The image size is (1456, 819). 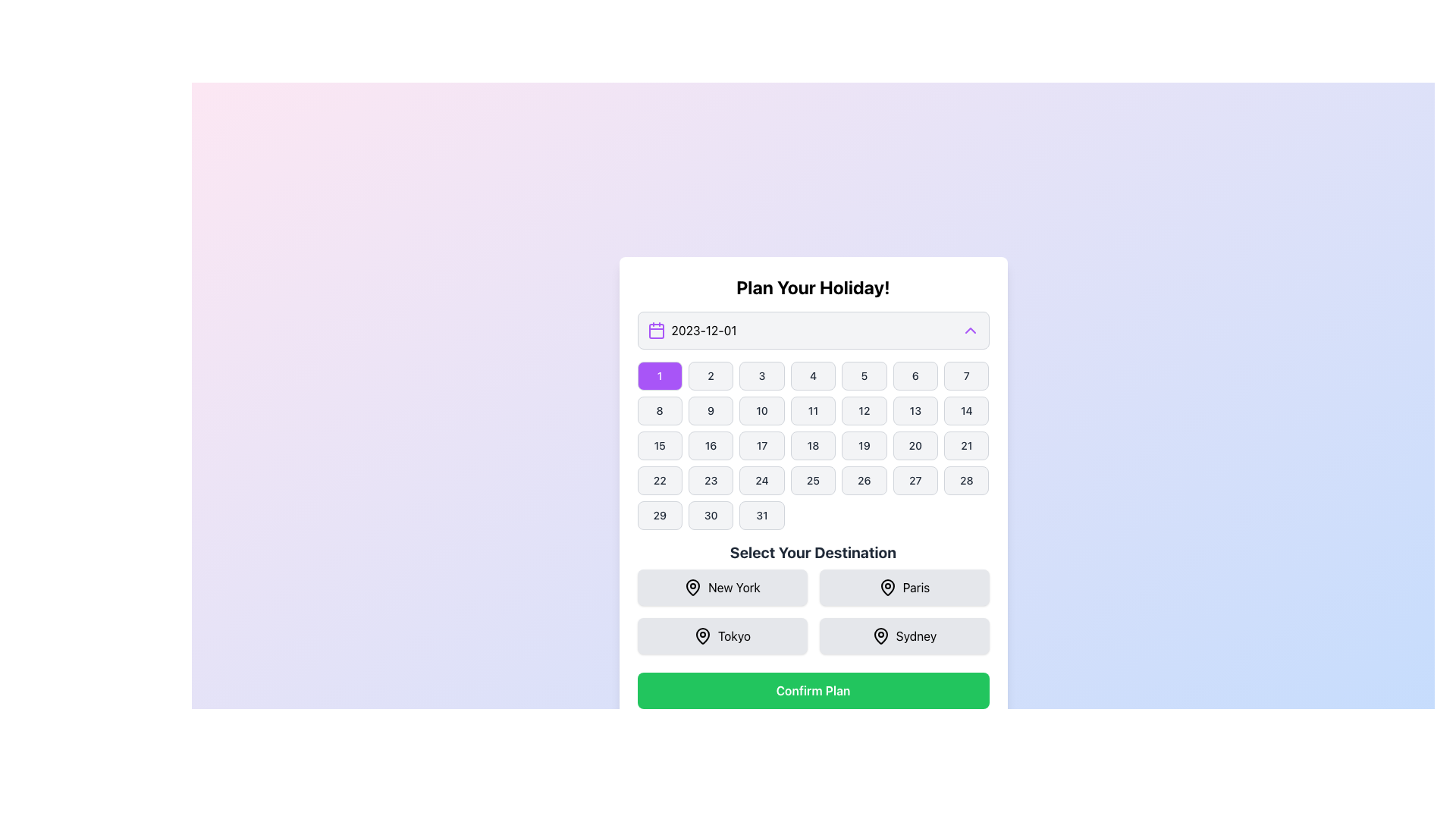 I want to click on the button labeled '28' in the calendar grid, so click(x=965, y=480).